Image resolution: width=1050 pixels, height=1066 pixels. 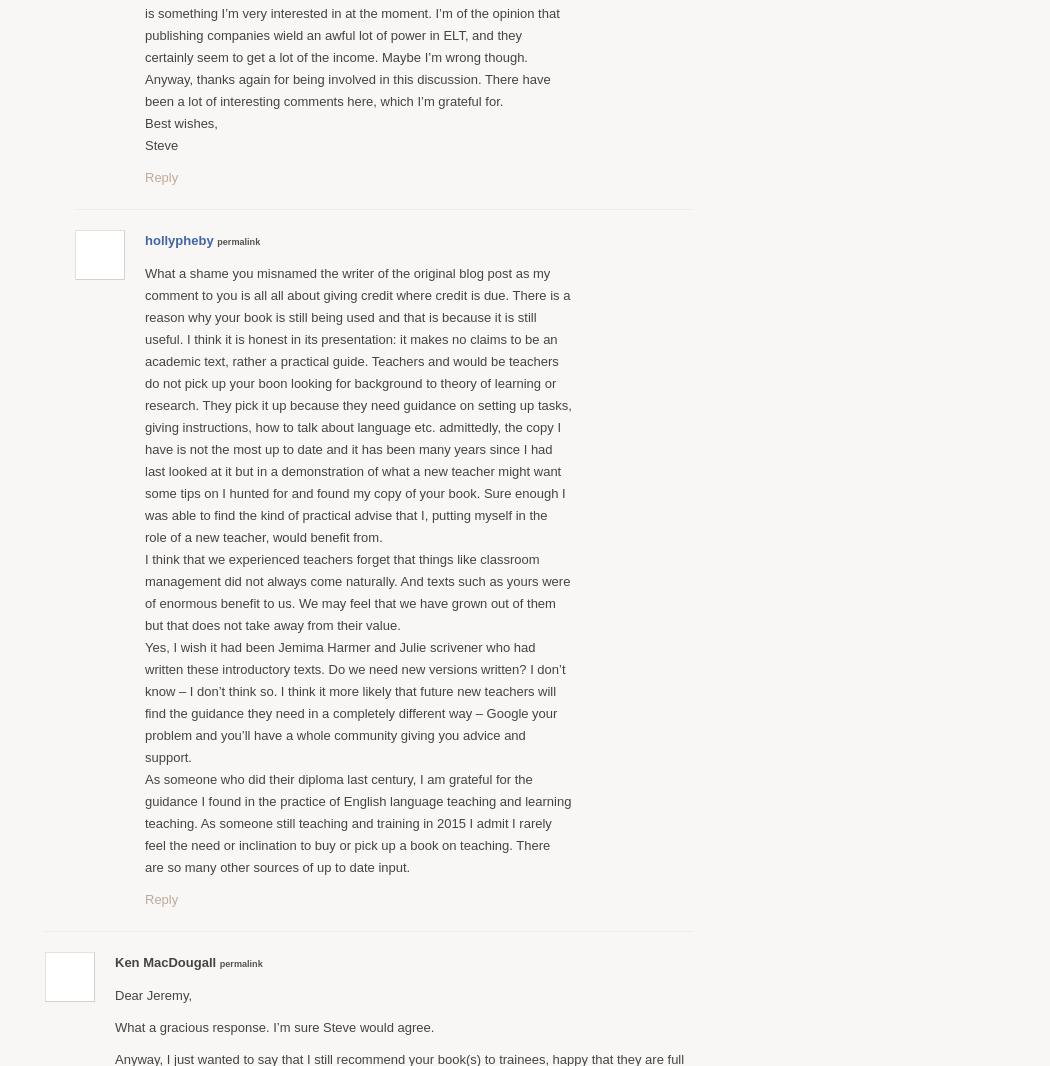 I want to click on 'Steve', so click(x=144, y=143).